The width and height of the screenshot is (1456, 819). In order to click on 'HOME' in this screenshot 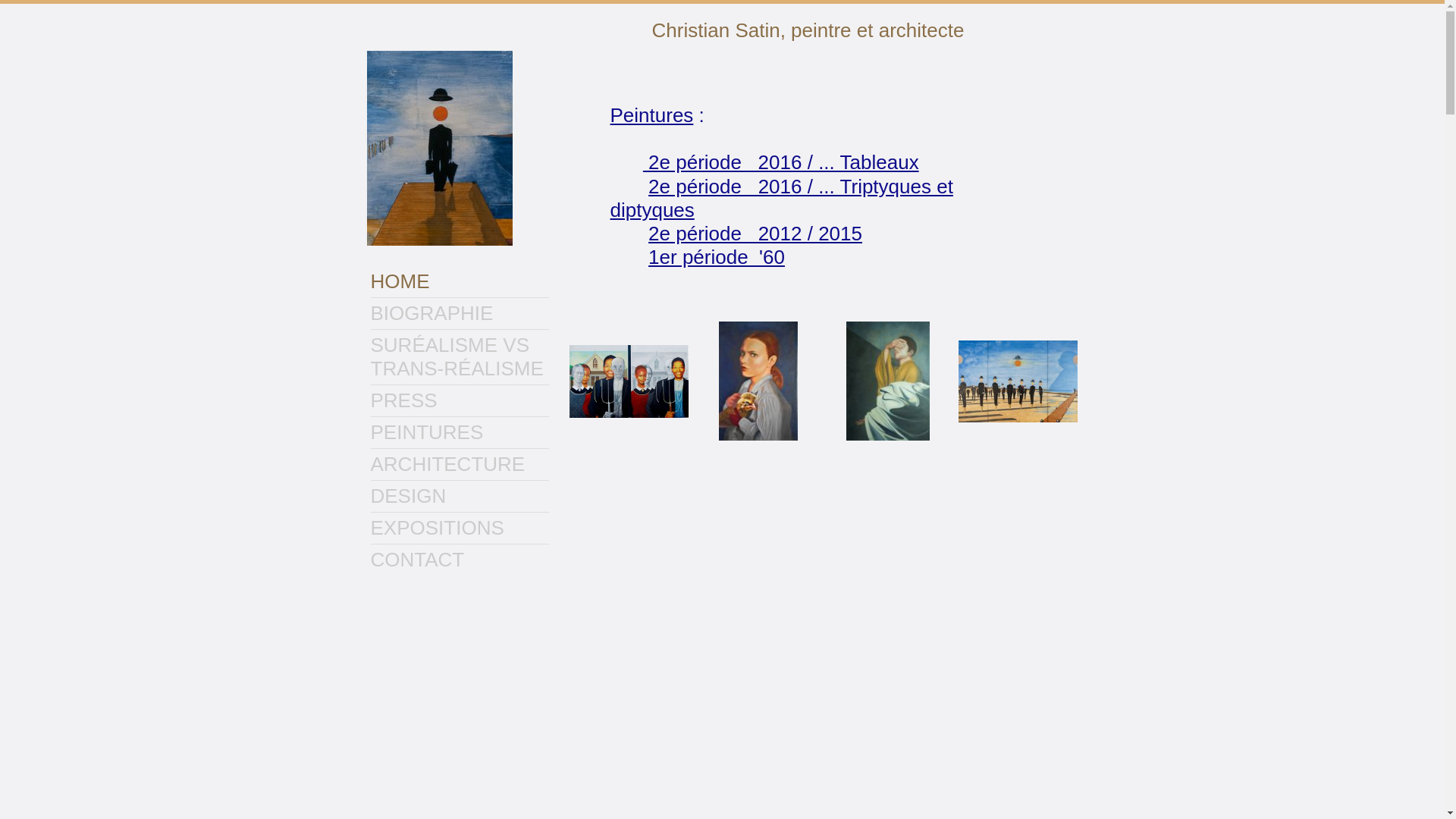, I will do `click(458, 281)`.